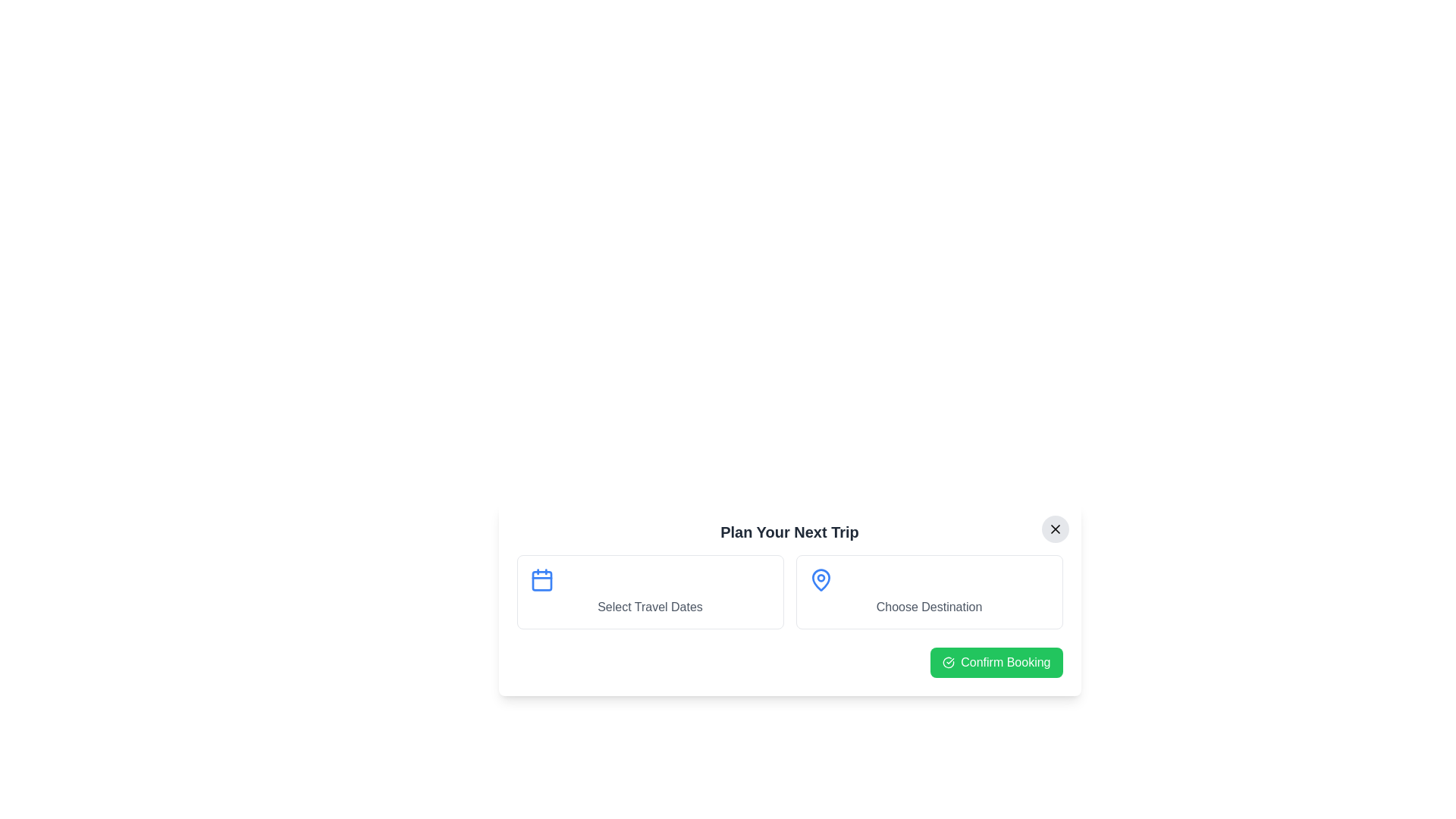 The height and width of the screenshot is (819, 1456). Describe the element at coordinates (996, 662) in the screenshot. I see `the interactive element: Confirm Booking Button` at that location.